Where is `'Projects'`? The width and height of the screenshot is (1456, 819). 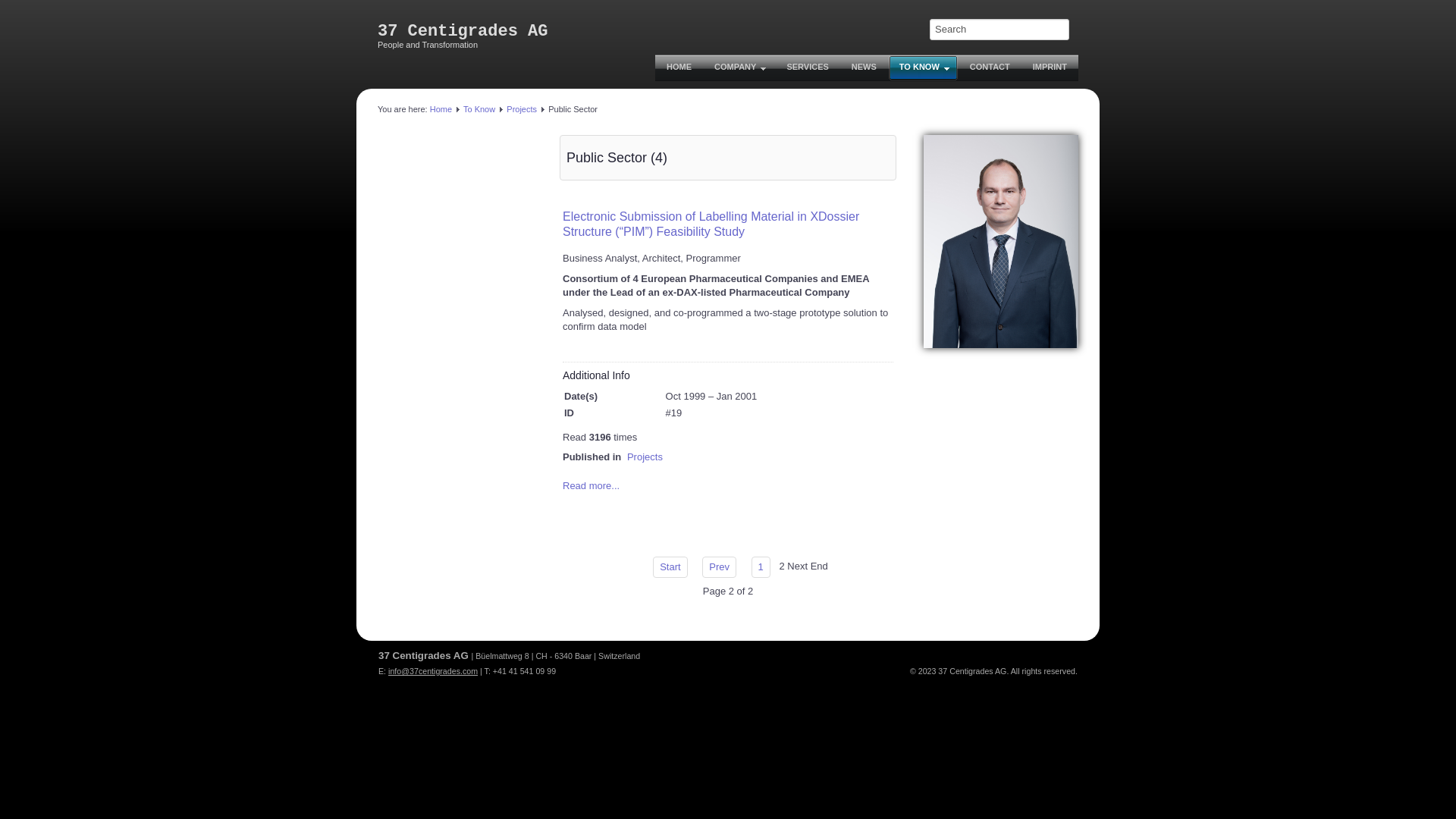
'Projects' is located at coordinates (521, 108).